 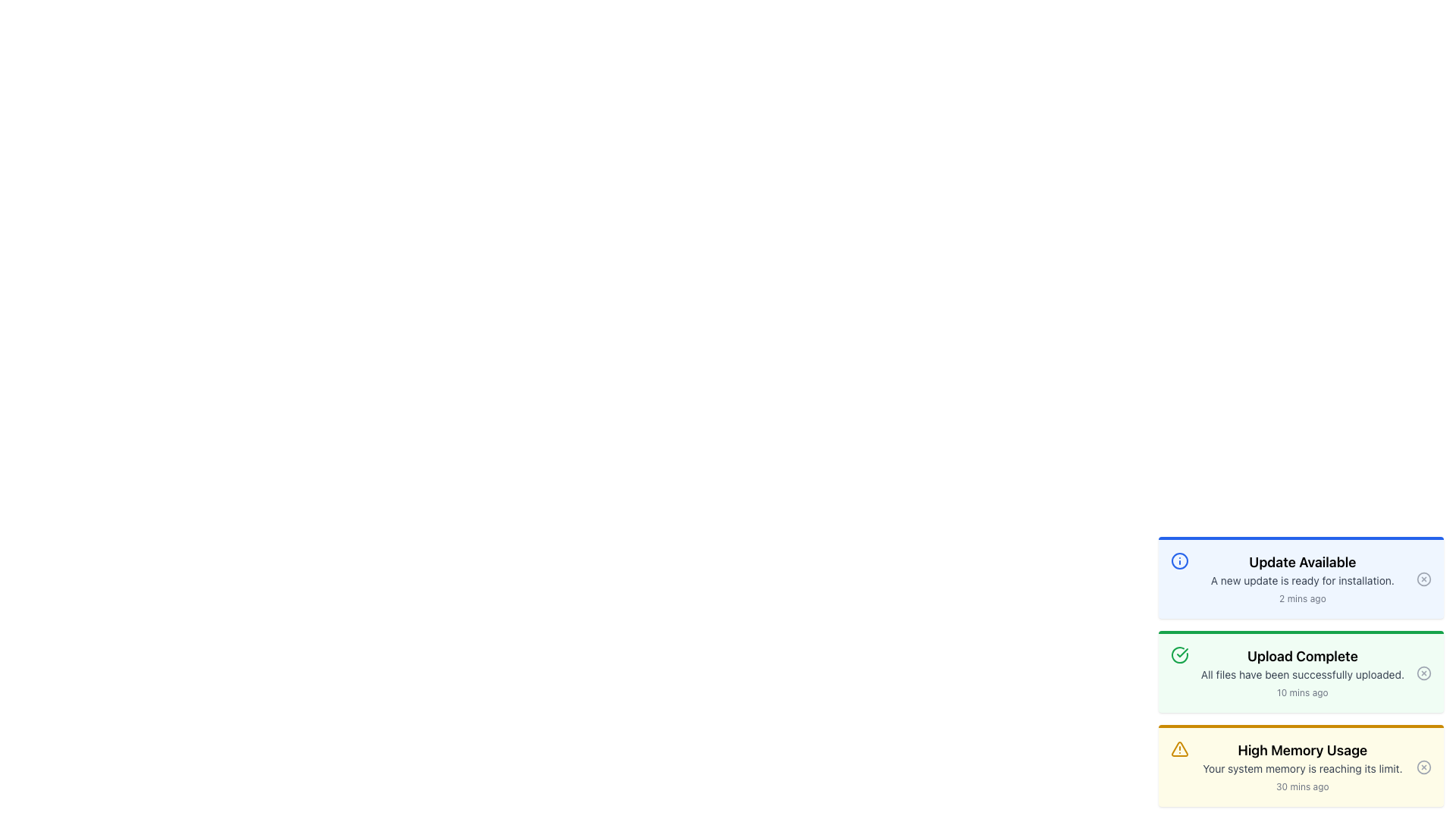 I want to click on the SVG circle element located at the top right corner of the 'High Memory Usage' notification card, which serves as a decorative component in the icon, so click(x=1423, y=767).